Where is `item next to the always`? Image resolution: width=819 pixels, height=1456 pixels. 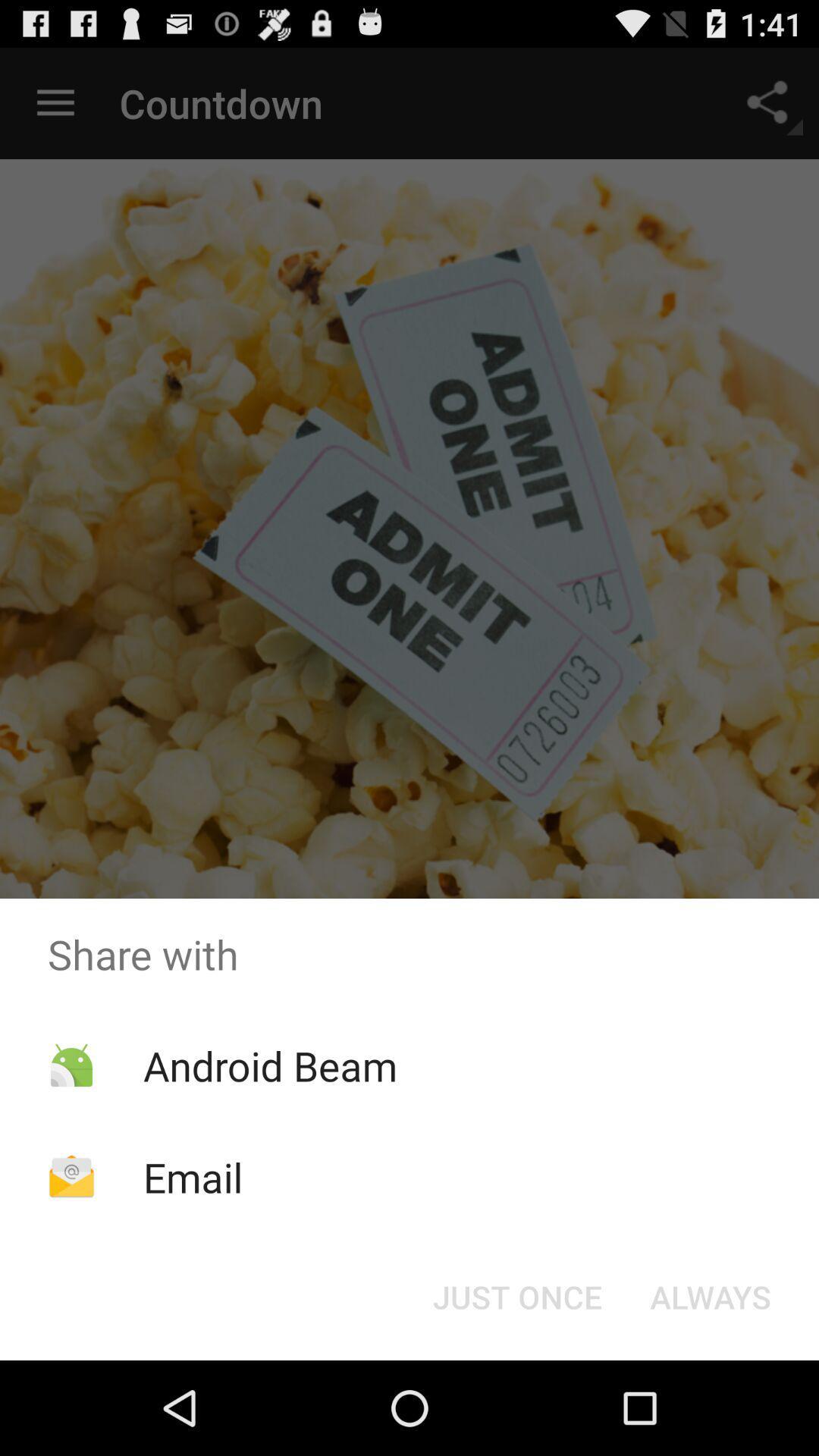 item next to the always is located at coordinates (516, 1295).